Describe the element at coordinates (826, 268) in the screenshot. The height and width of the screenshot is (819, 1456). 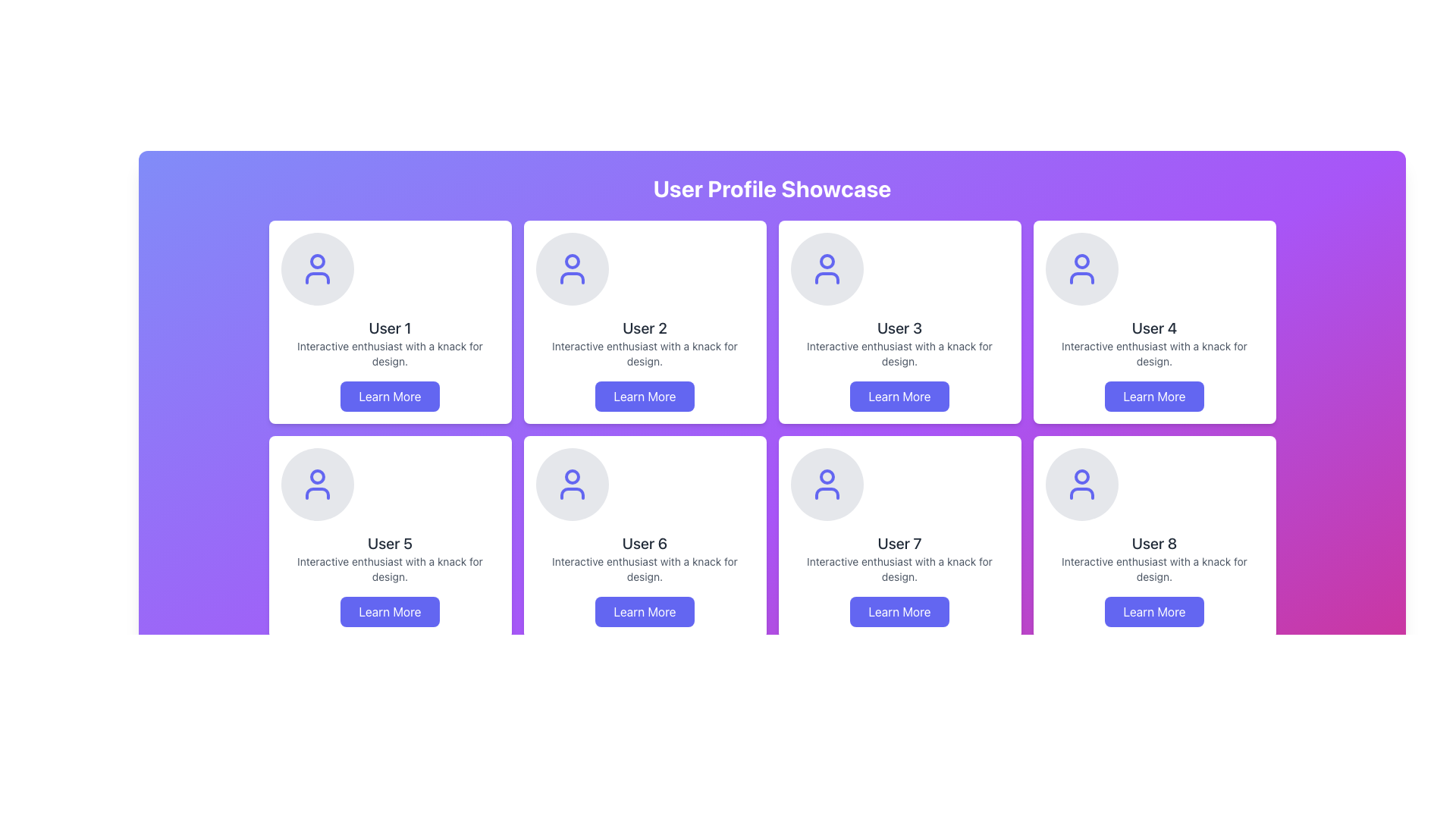
I see `the decorative user profile icon at the top center of the card labeled 'User 3', located in the first row and third column of the user profile grid` at that location.